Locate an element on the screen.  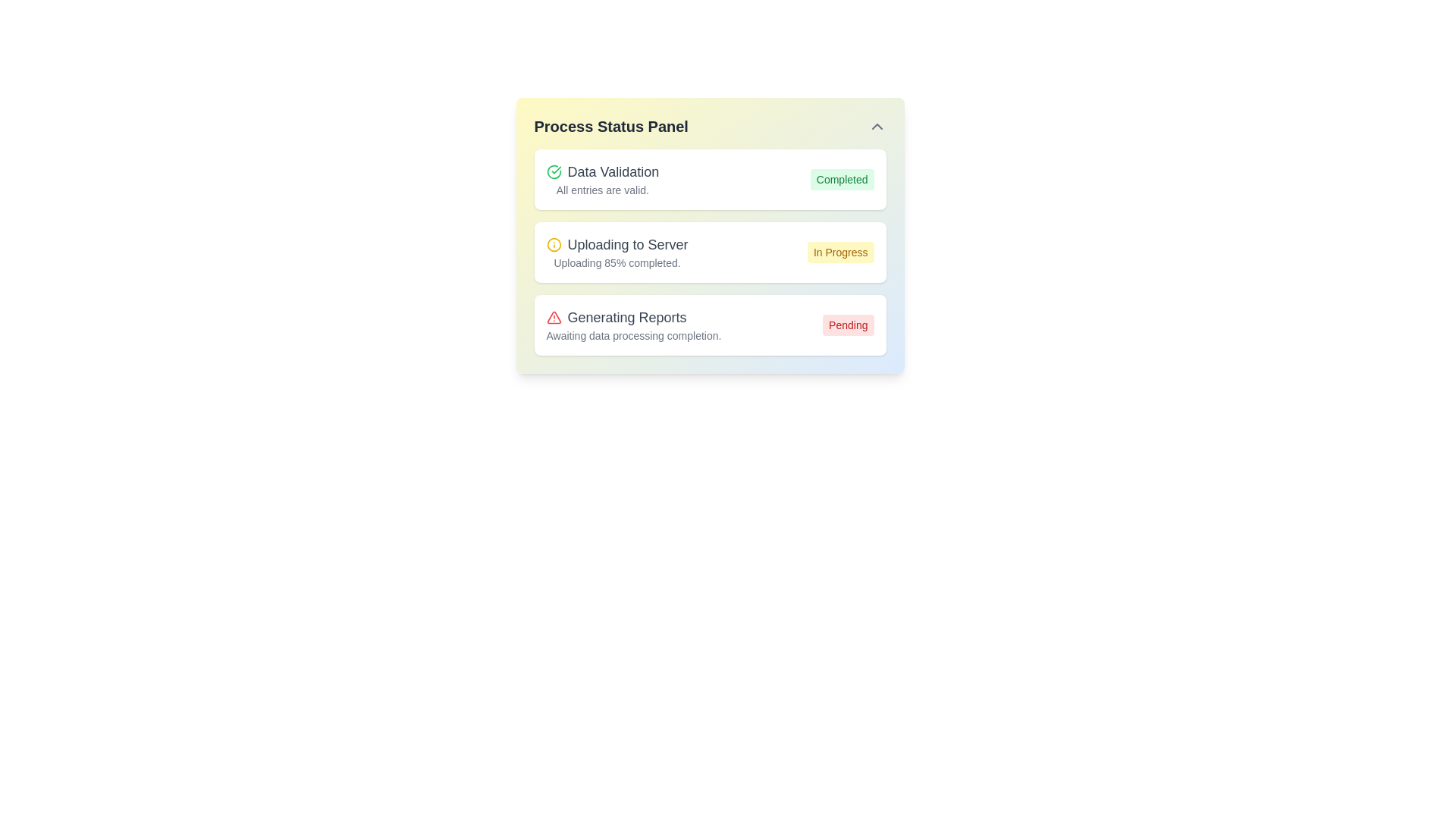
message displayed in the text label that shows 'Uploading 85% completed.' within the Process Status Panel, specifically in the second status block under 'Uploading to Server' is located at coordinates (617, 262).